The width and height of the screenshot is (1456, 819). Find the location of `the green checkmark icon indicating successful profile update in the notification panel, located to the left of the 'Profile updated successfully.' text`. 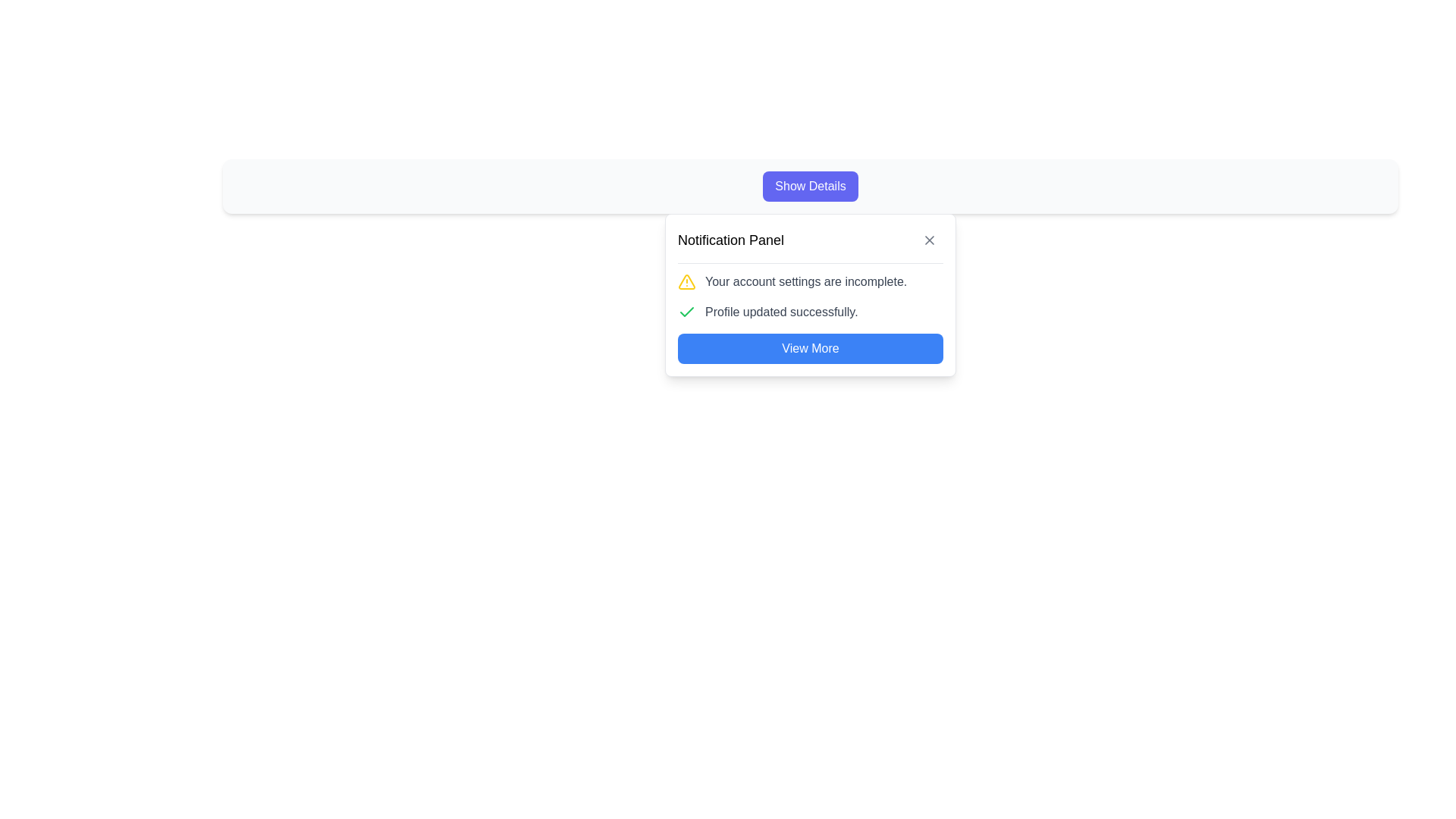

the green checkmark icon indicating successful profile update in the notification panel, located to the left of the 'Profile updated successfully.' text is located at coordinates (686, 312).